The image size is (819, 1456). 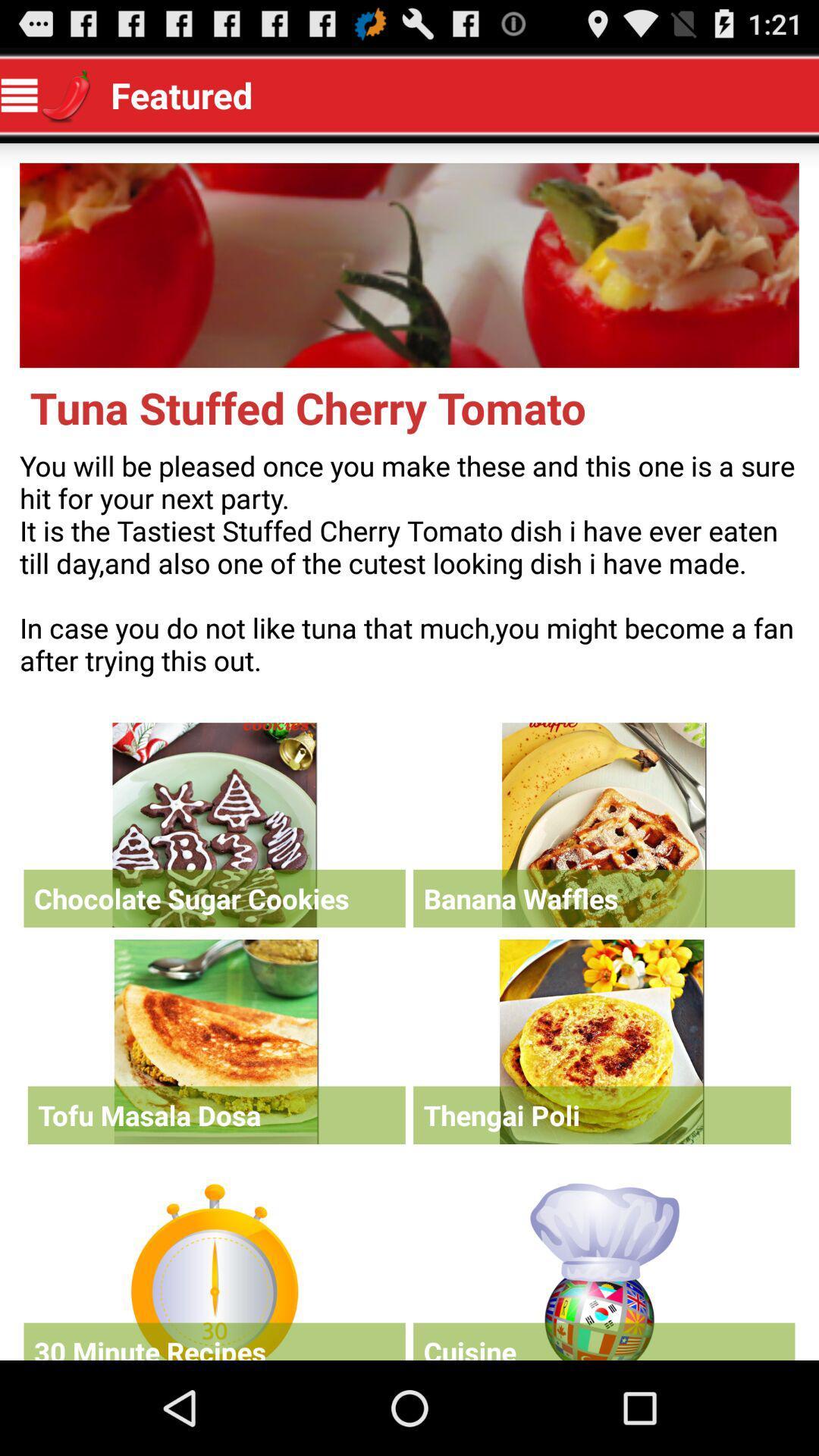 What do you see at coordinates (409, 265) in the screenshot?
I see `open main menu picture` at bounding box center [409, 265].